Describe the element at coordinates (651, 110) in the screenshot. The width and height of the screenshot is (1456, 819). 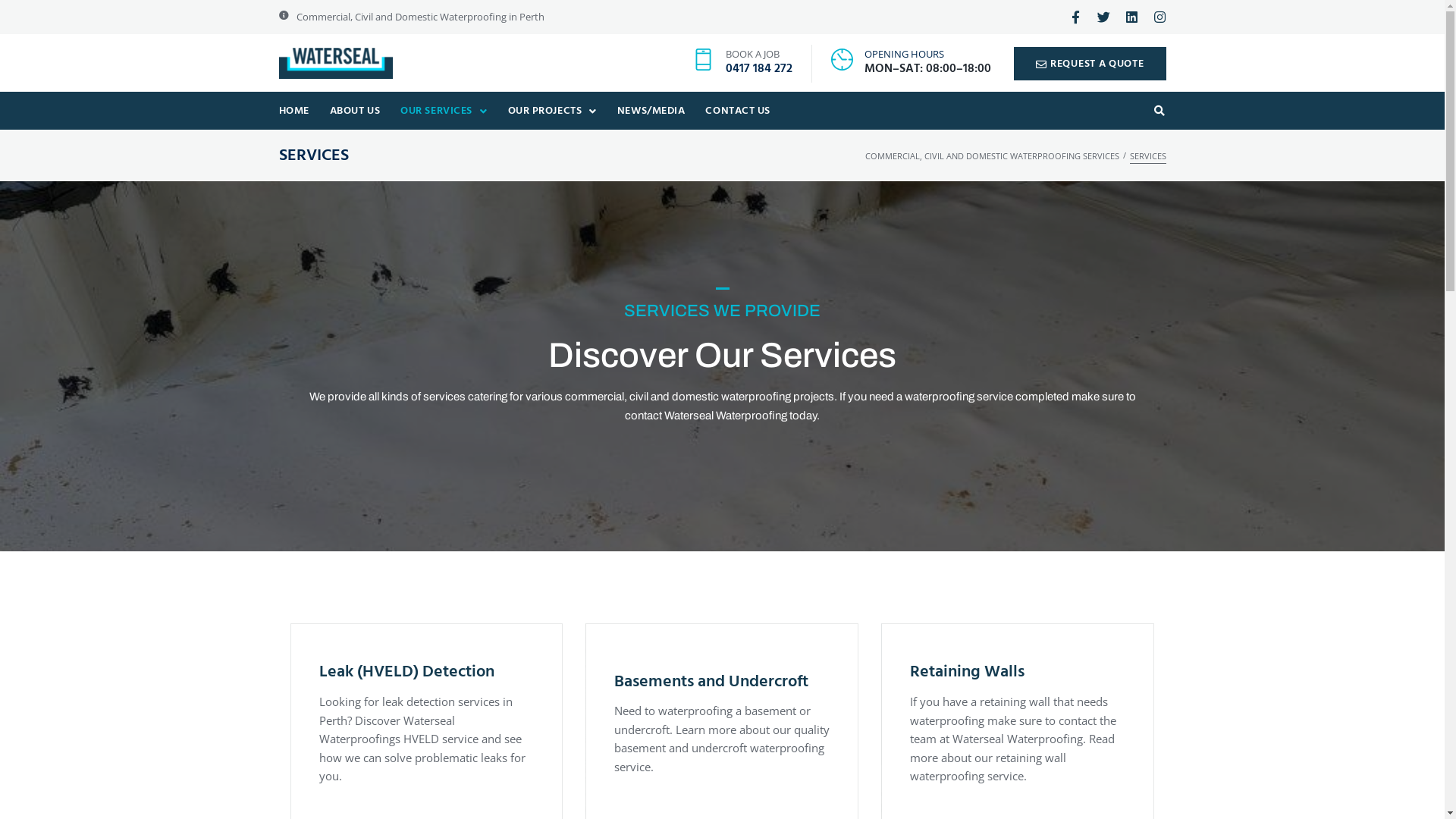
I see `'NEWS/MEDIA'` at that location.